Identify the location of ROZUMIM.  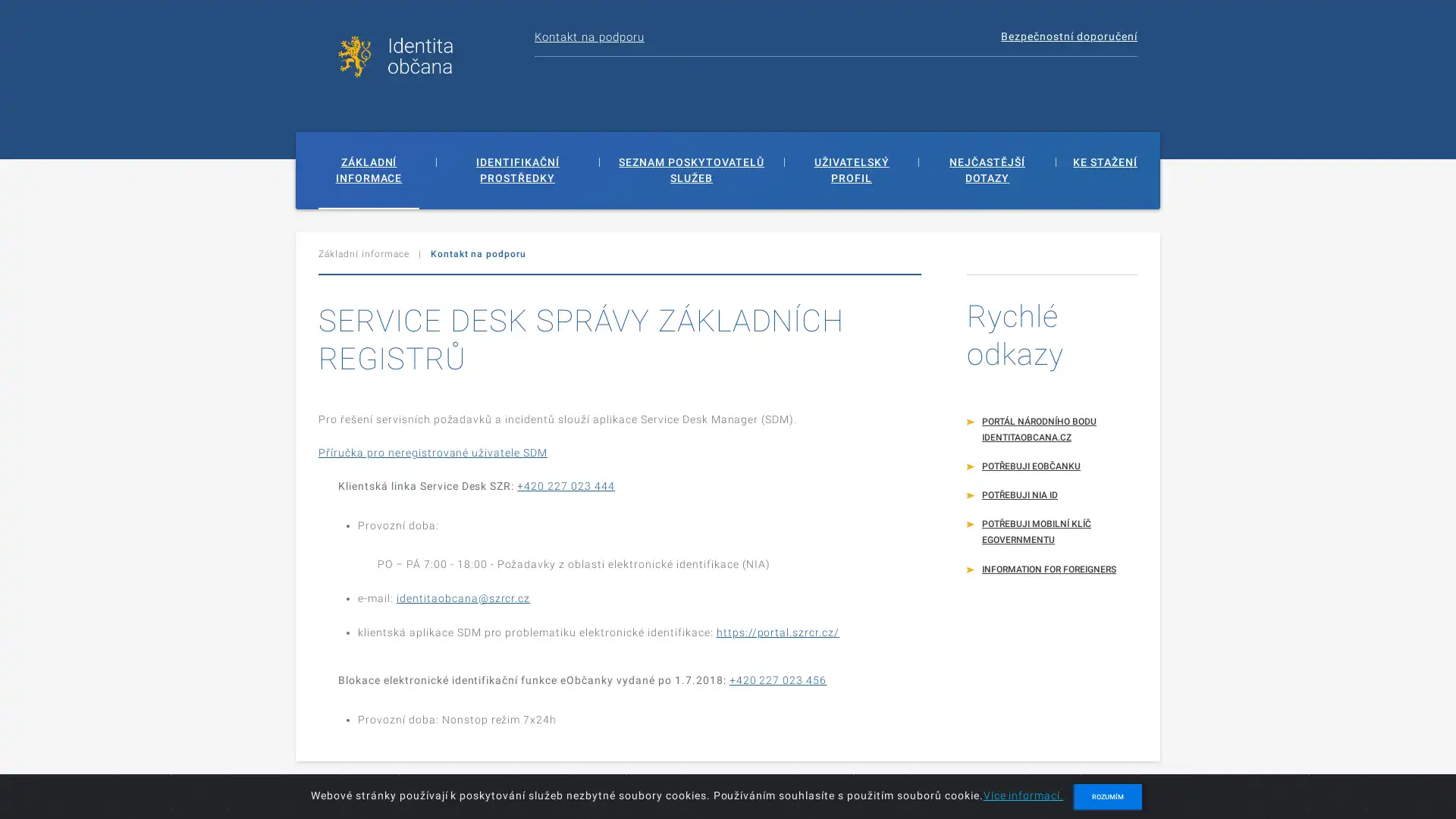
(1107, 795).